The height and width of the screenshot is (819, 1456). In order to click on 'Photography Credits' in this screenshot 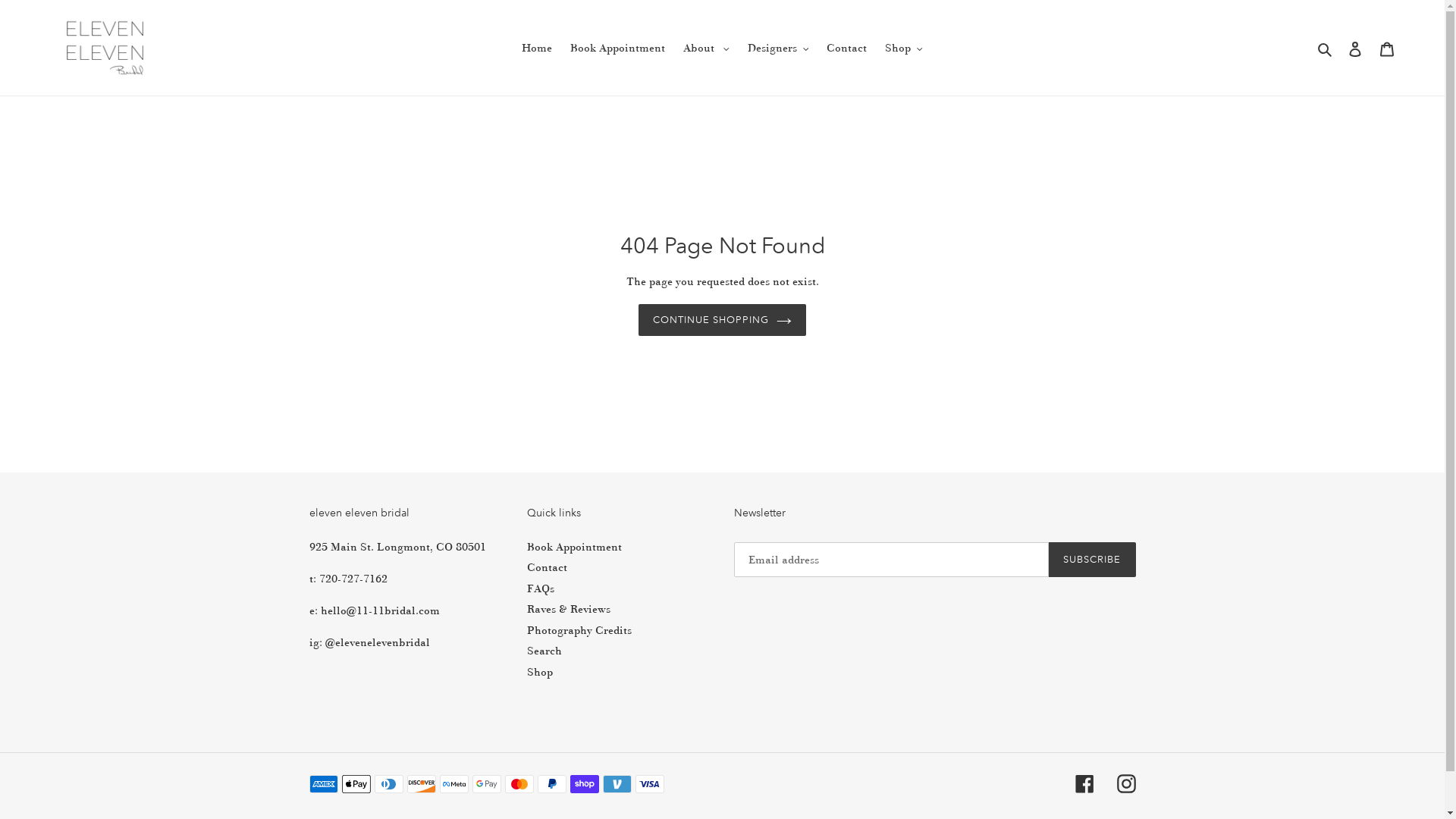, I will do `click(578, 629)`.